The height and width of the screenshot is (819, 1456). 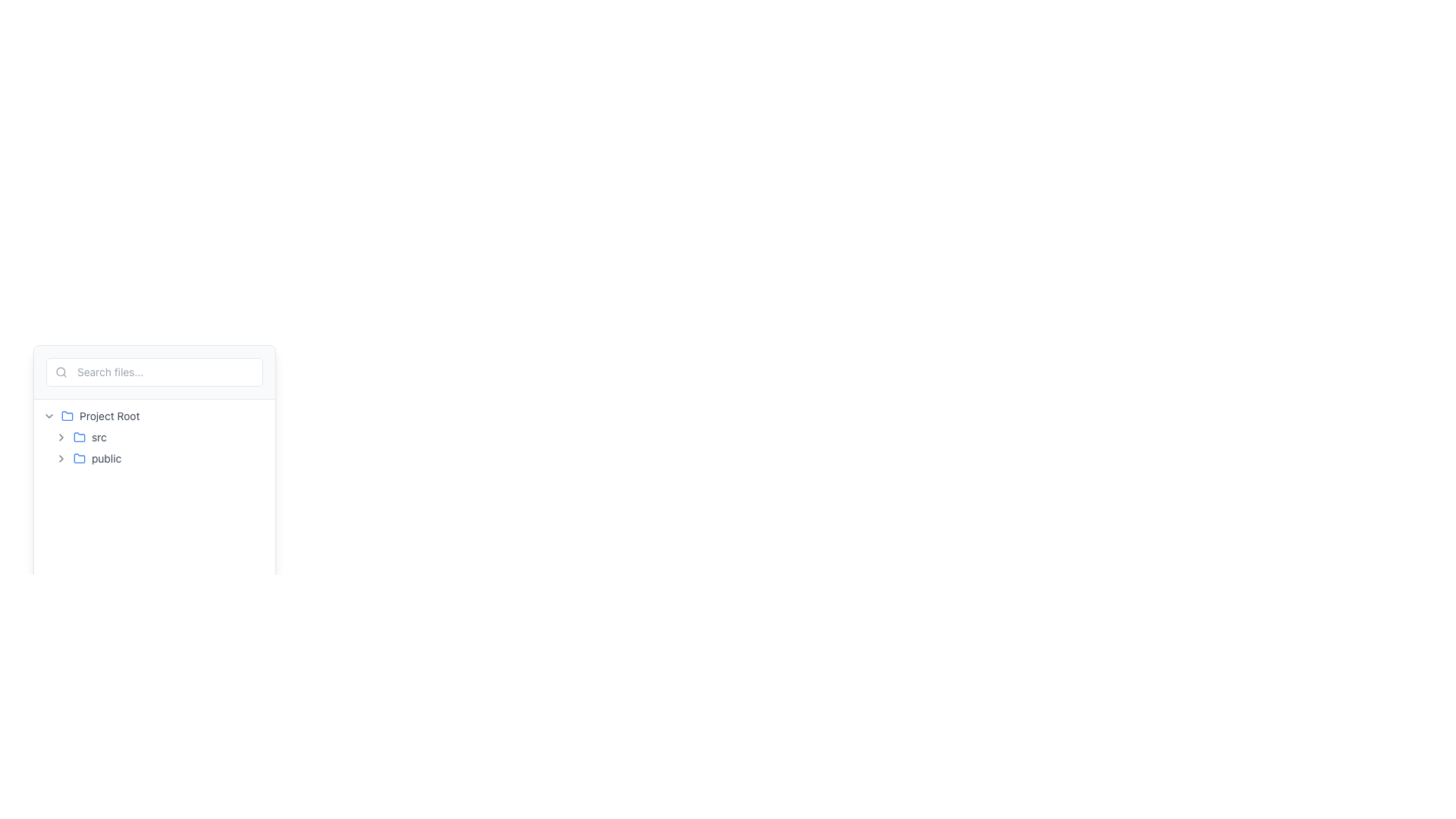 I want to click on the 'public' directory item, so click(x=160, y=458).